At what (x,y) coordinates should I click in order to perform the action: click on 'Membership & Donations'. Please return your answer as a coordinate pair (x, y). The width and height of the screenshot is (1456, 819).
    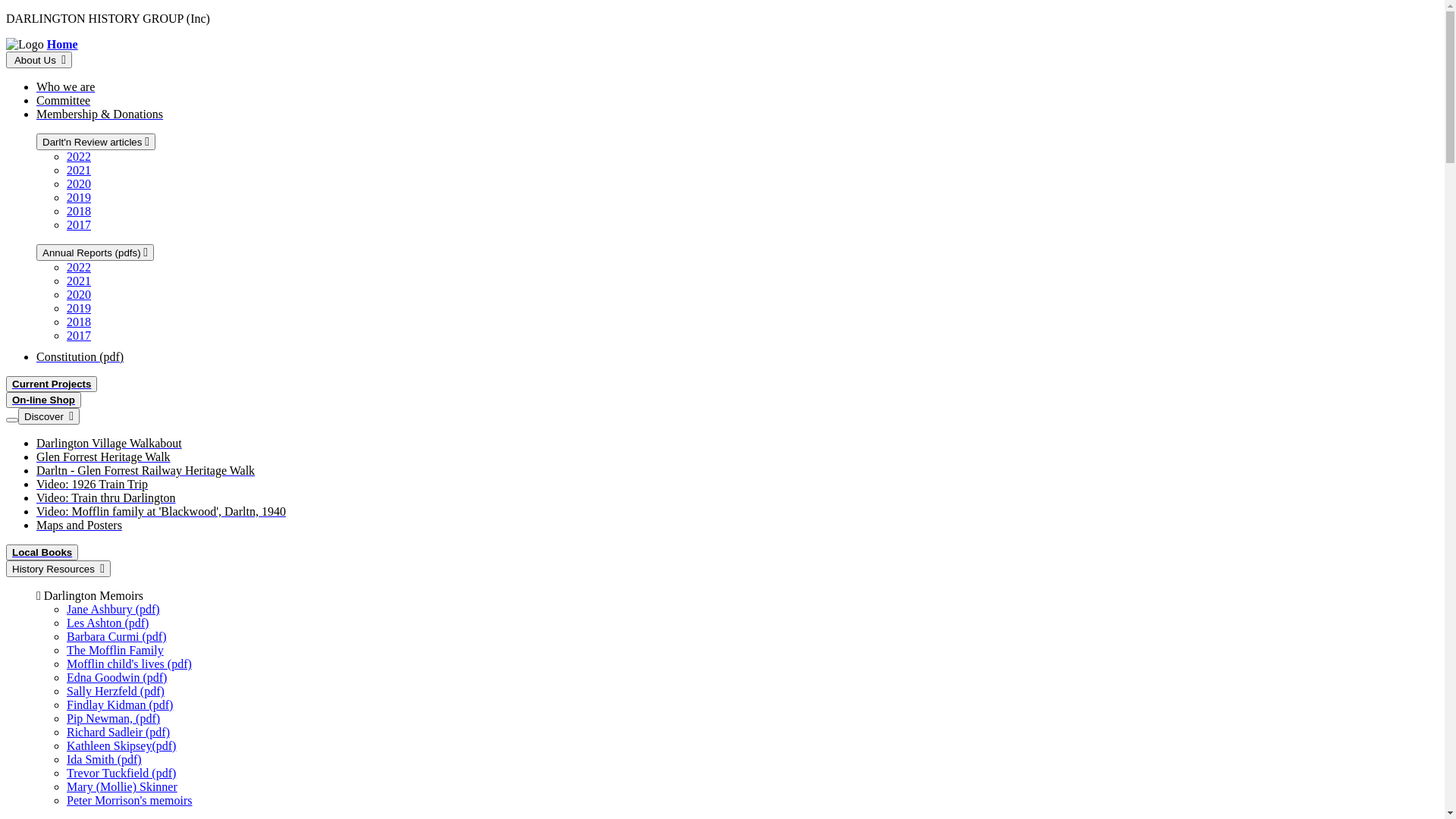
    Looking at the image, I should click on (99, 113).